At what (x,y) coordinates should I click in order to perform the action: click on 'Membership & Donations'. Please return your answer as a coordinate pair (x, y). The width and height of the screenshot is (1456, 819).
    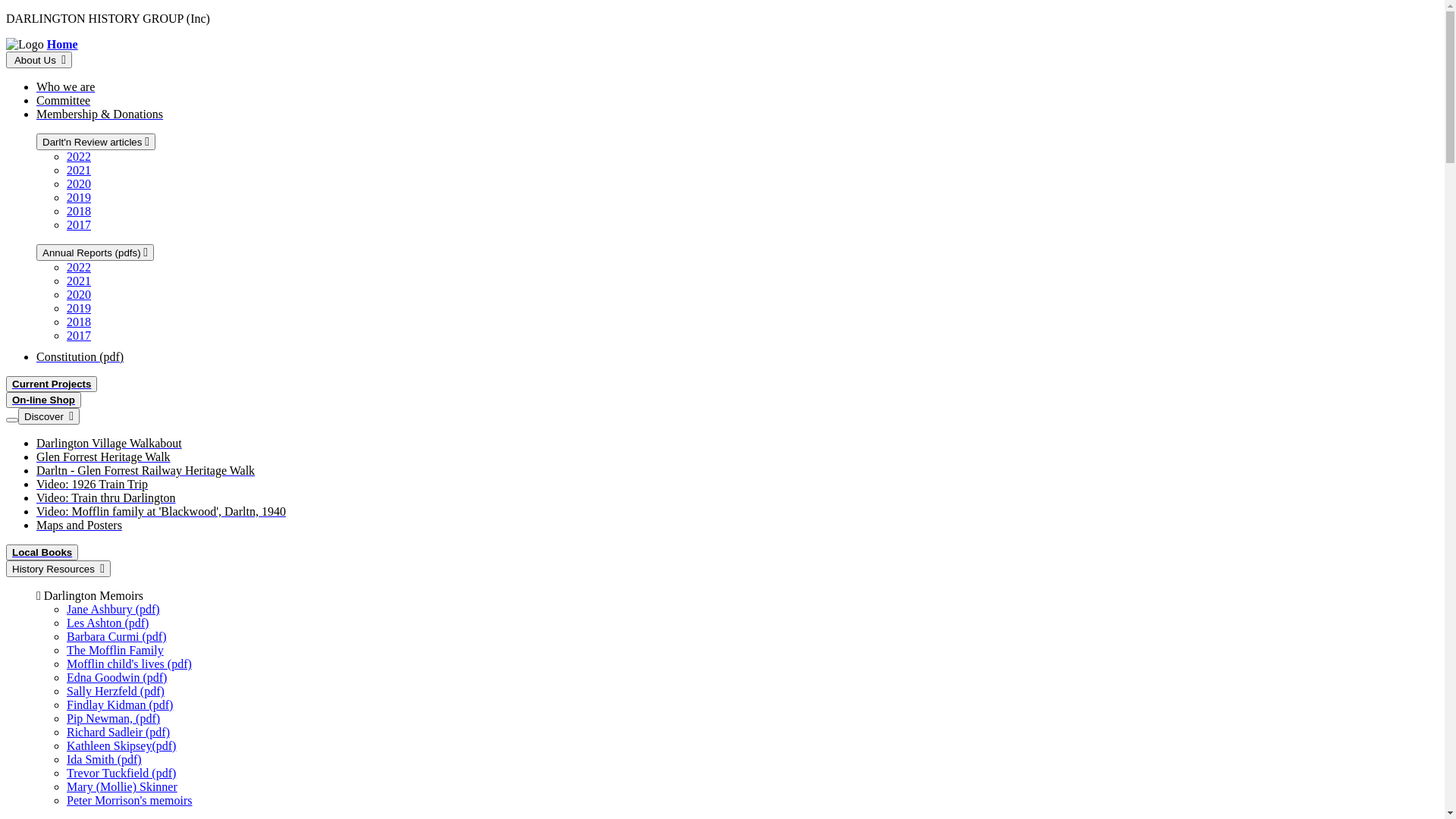
    Looking at the image, I should click on (99, 113).